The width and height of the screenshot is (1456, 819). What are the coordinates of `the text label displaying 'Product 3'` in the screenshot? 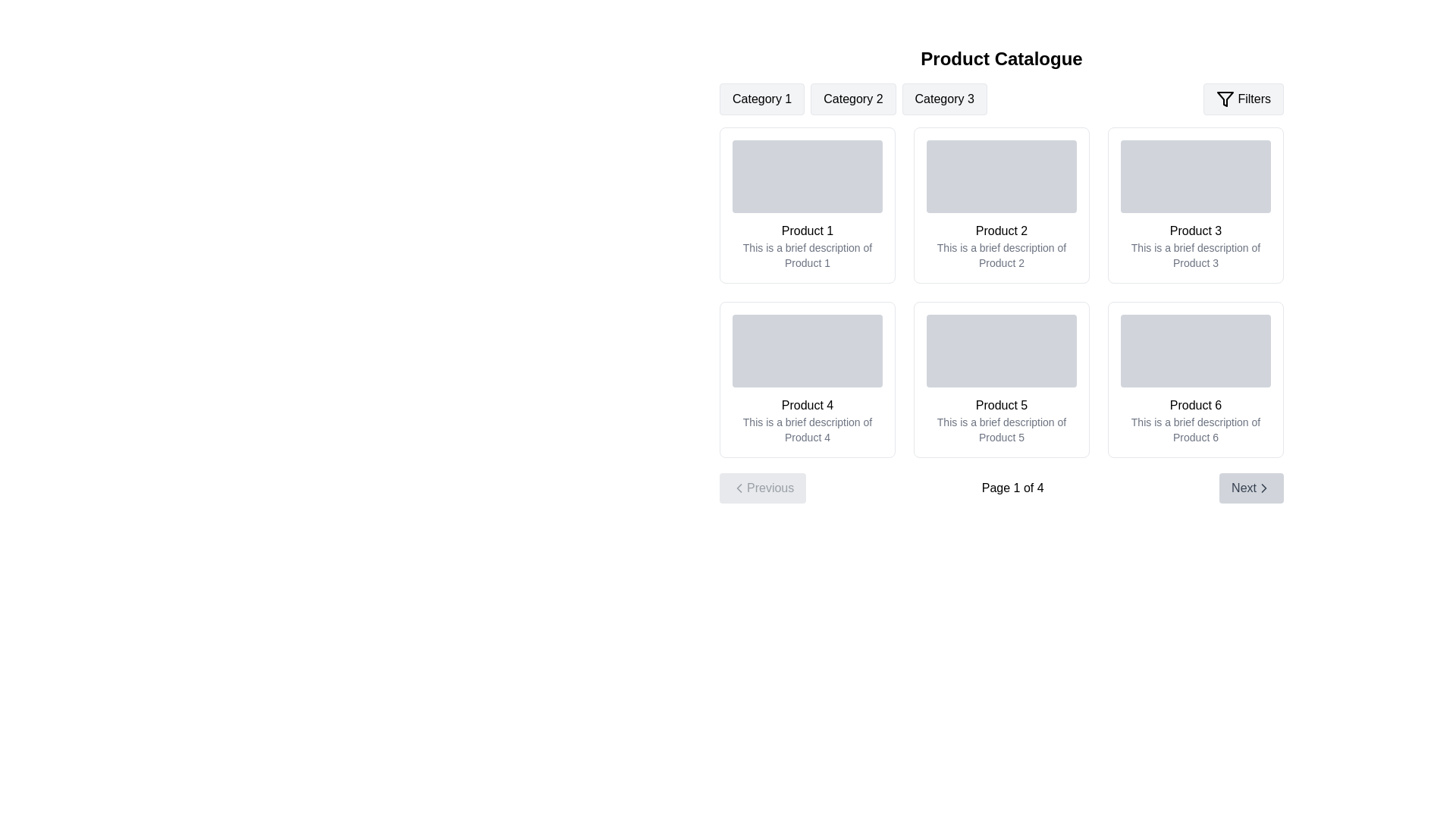 It's located at (1195, 231).